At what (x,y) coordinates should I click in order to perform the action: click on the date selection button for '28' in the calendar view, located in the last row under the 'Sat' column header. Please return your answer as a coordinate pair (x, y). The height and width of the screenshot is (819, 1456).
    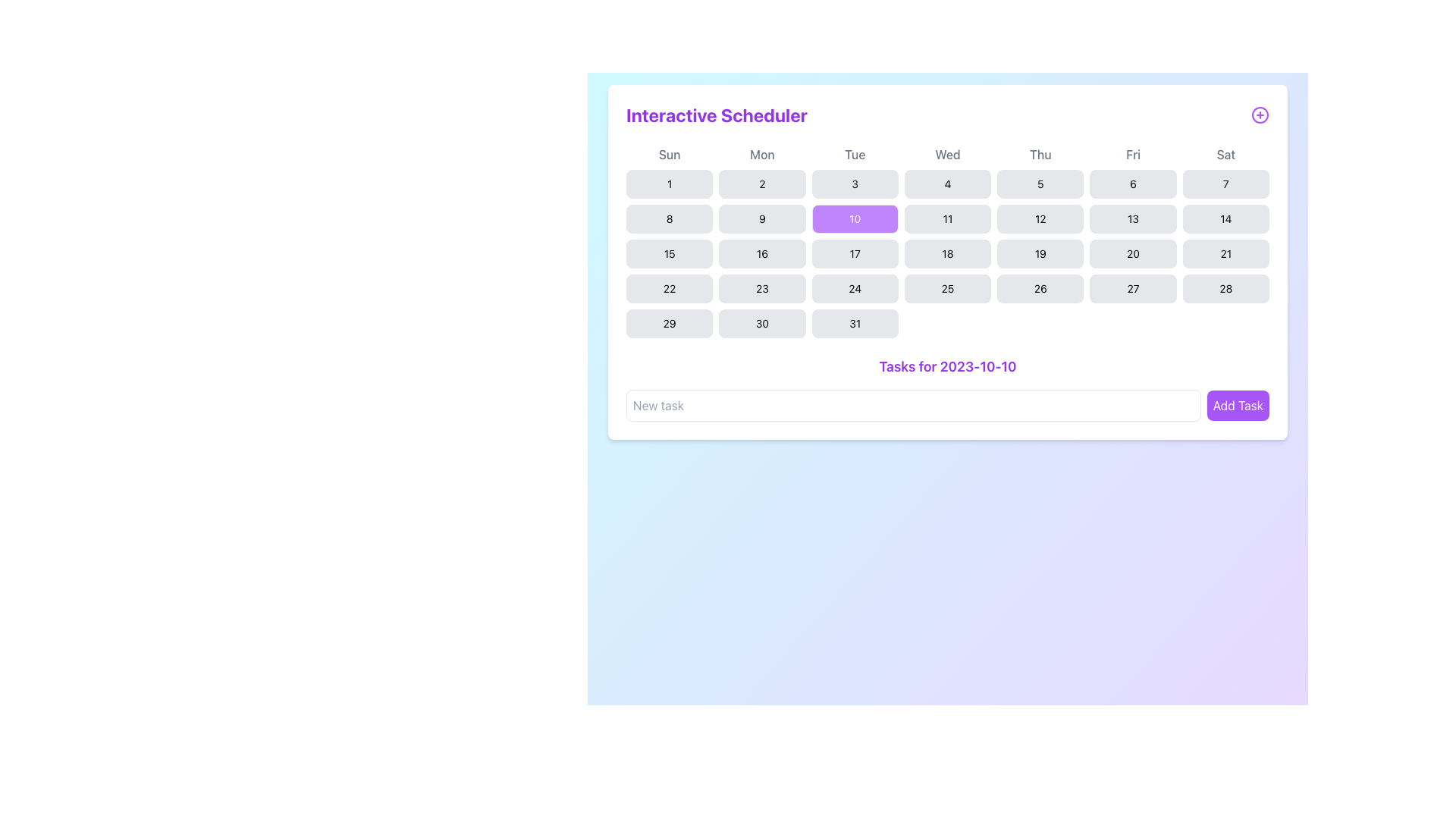
    Looking at the image, I should click on (1225, 289).